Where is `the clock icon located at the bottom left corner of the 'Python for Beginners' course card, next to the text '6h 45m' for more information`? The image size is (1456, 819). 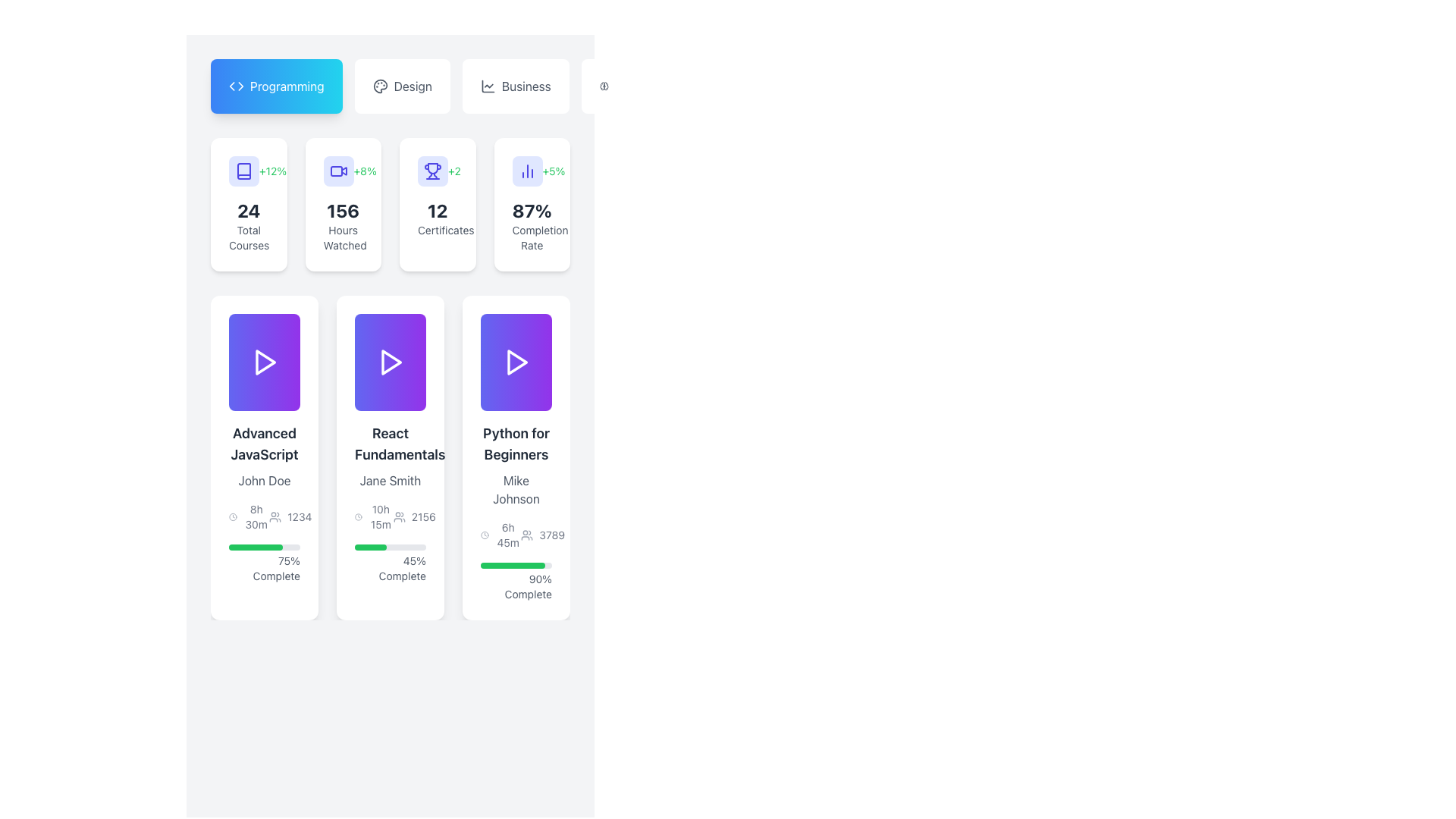 the clock icon located at the bottom left corner of the 'Python for Beginners' course card, next to the text '6h 45m' for more information is located at coordinates (484, 534).